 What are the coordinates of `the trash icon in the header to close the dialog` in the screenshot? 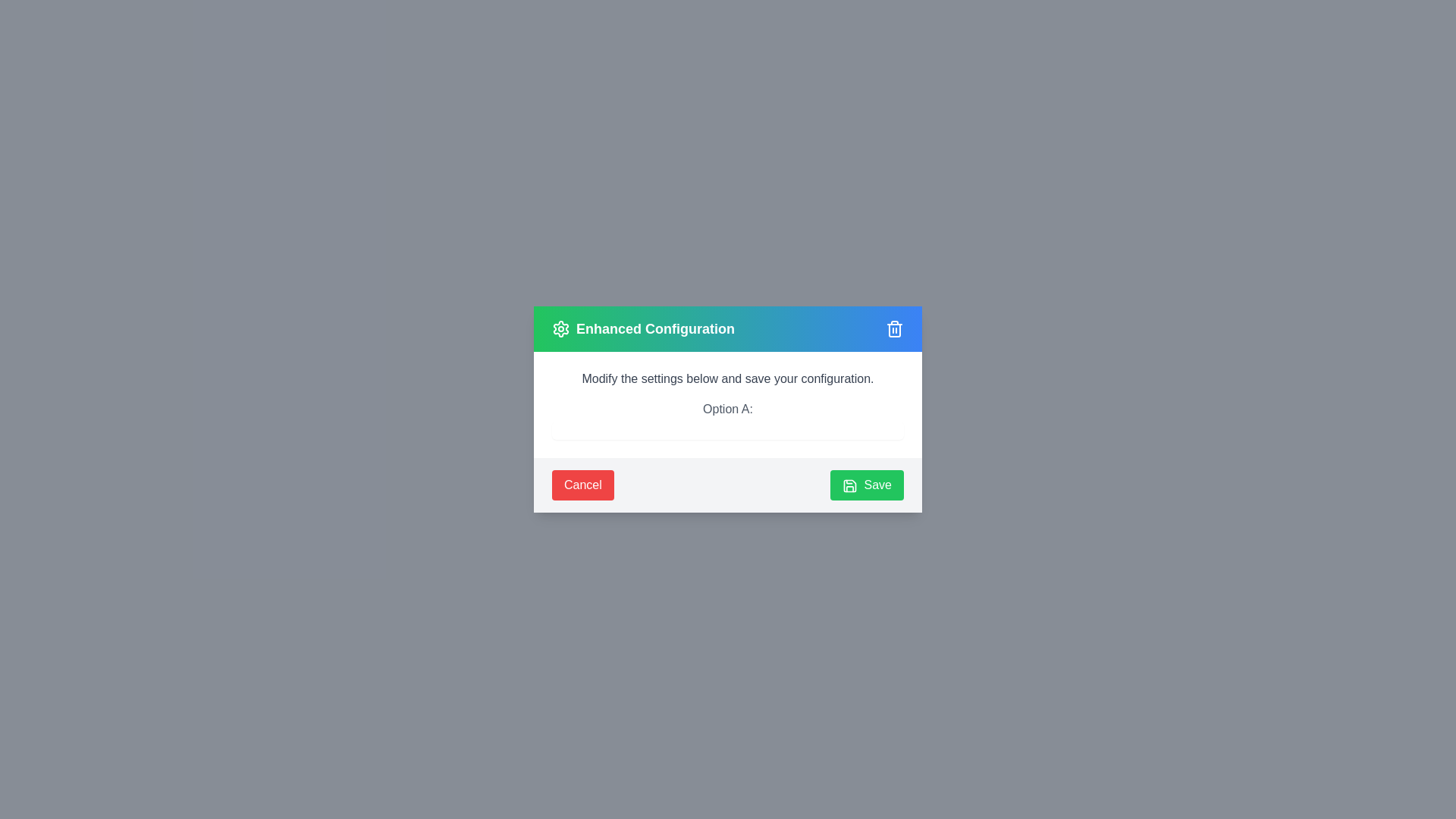 It's located at (895, 328).